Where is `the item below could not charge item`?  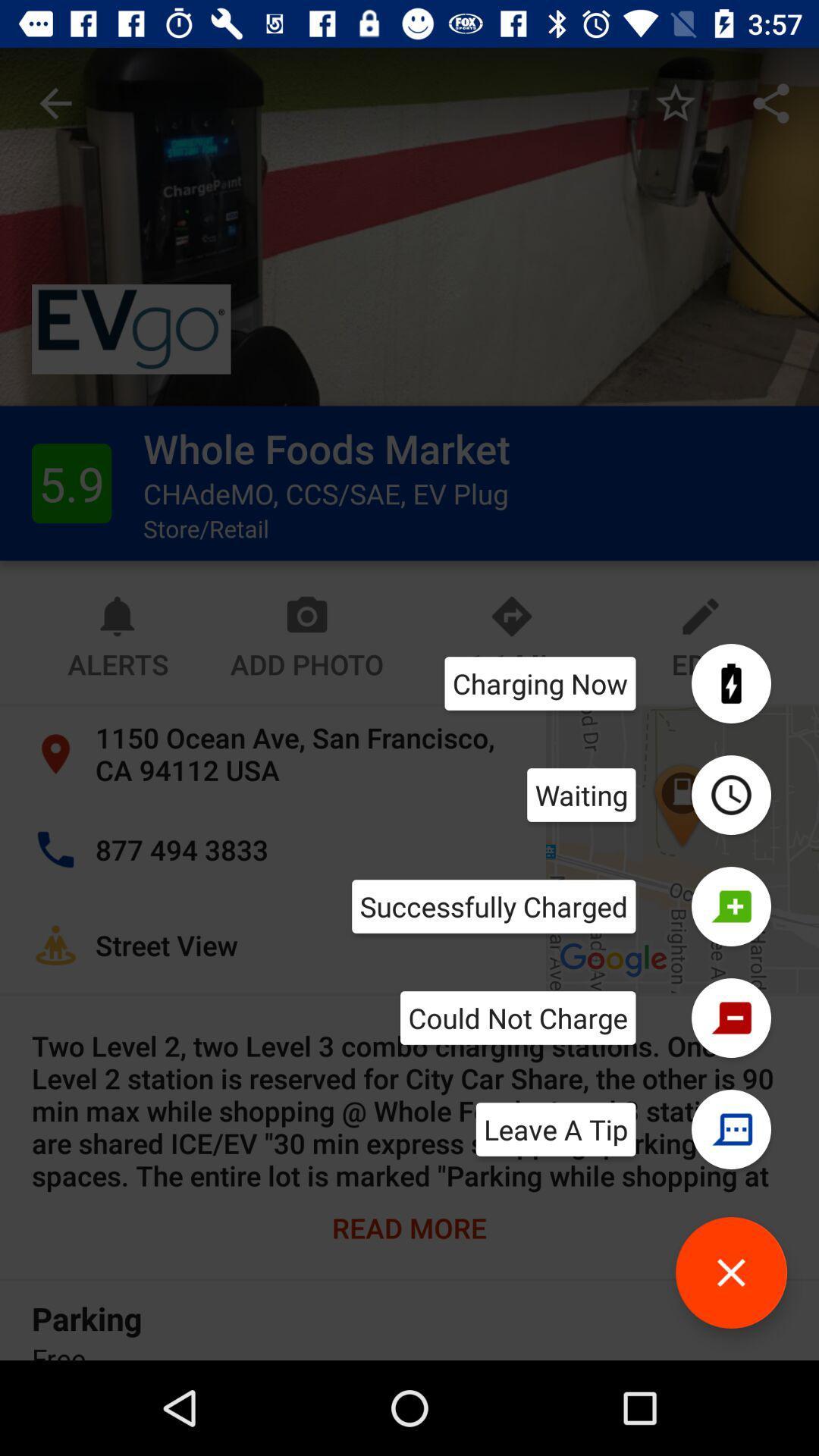
the item below could not charge item is located at coordinates (556, 1129).